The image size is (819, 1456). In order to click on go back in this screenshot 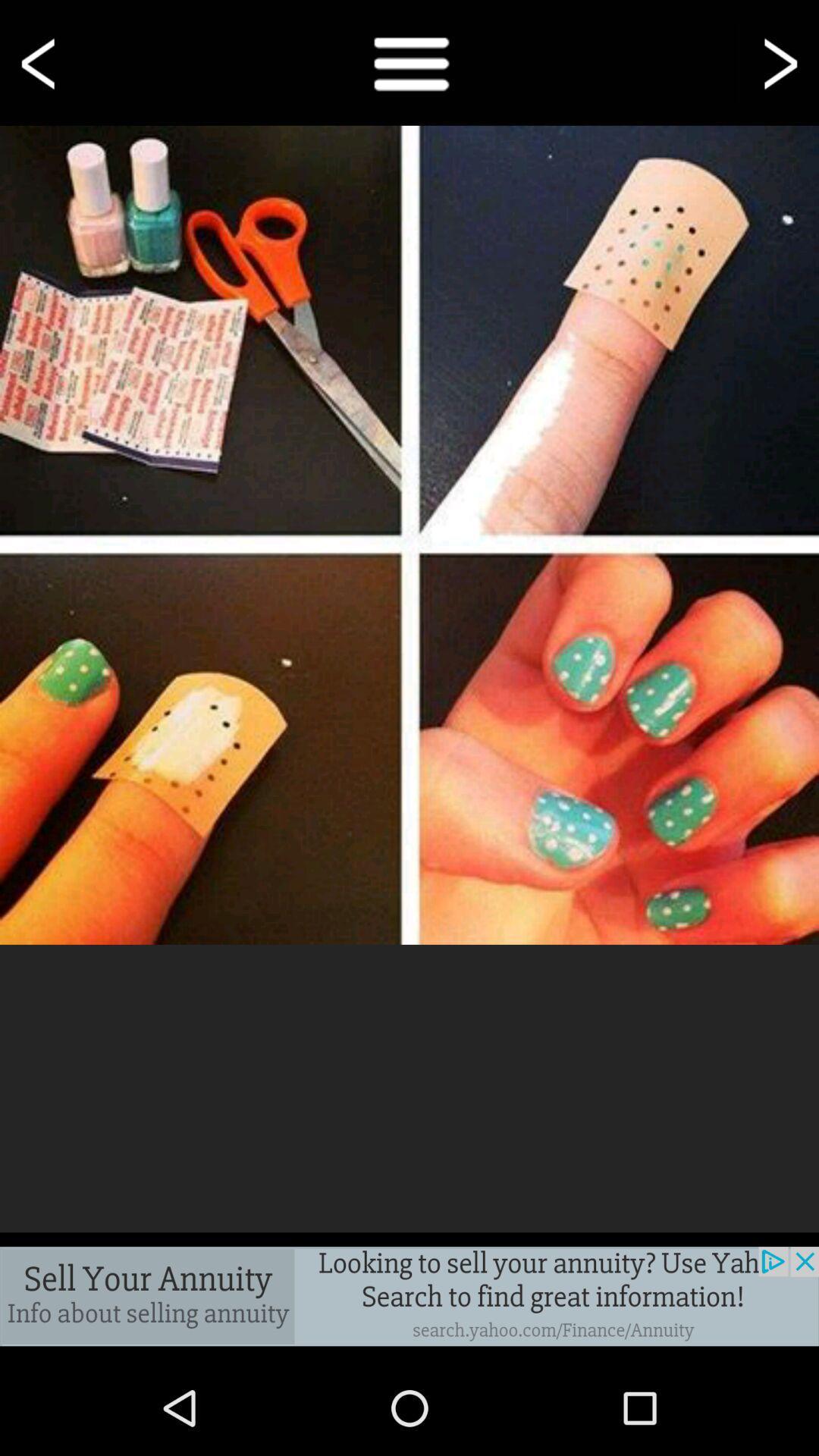, I will do `click(40, 61)`.